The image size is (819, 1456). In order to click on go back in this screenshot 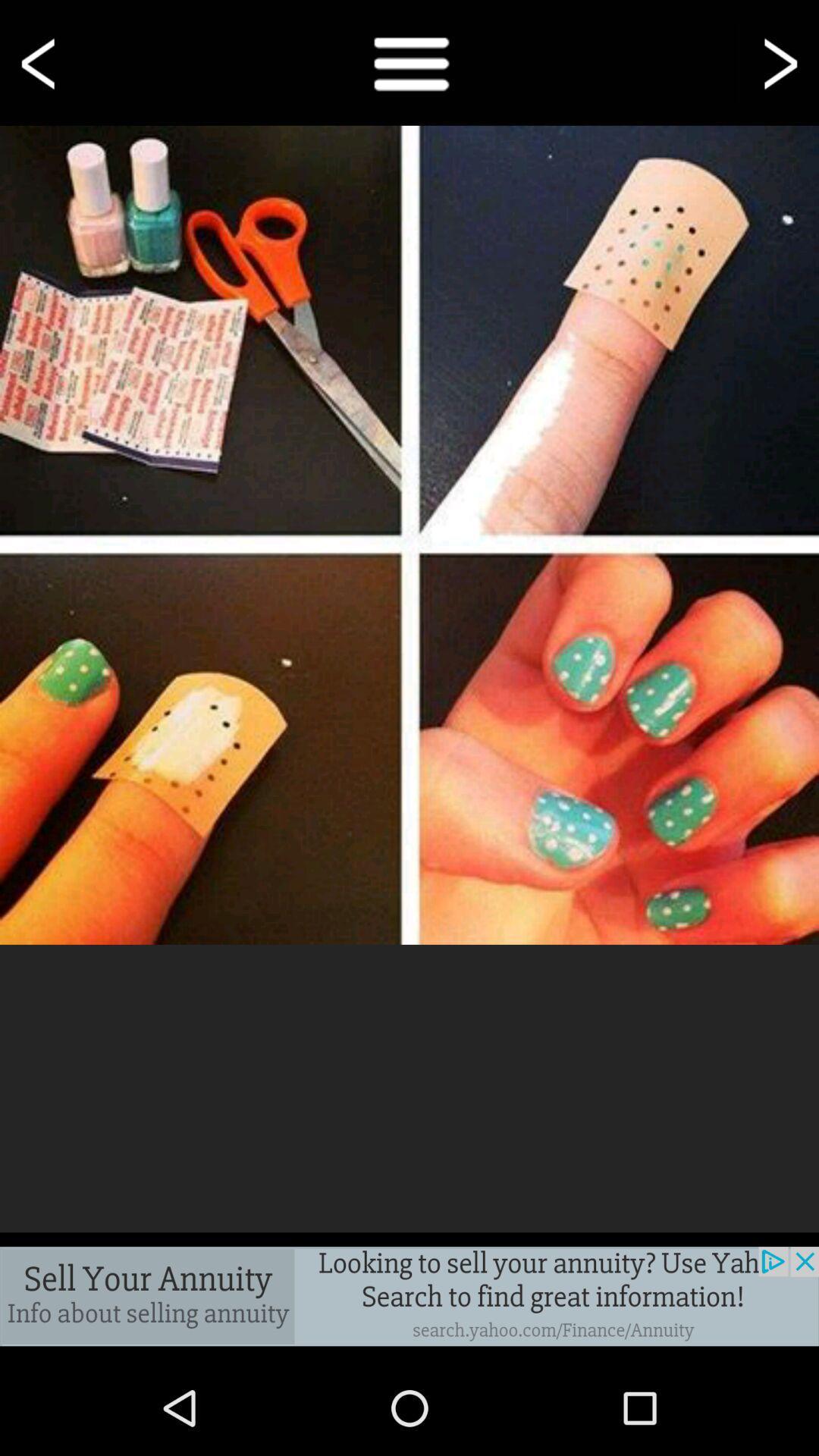, I will do `click(40, 61)`.